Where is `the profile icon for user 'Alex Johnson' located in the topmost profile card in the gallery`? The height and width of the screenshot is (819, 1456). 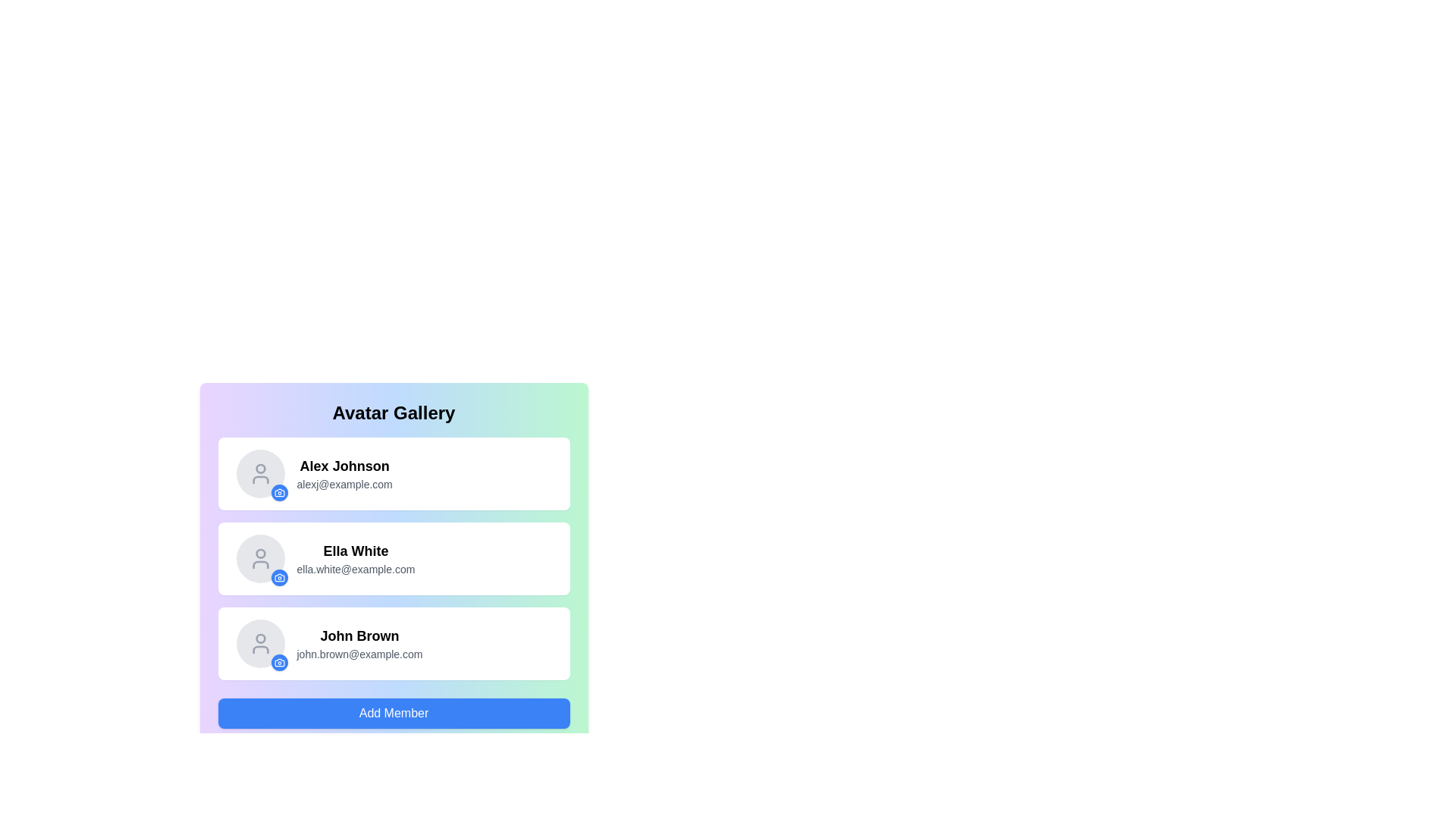 the profile icon for user 'Alex Johnson' located in the topmost profile card in the gallery is located at coordinates (260, 468).